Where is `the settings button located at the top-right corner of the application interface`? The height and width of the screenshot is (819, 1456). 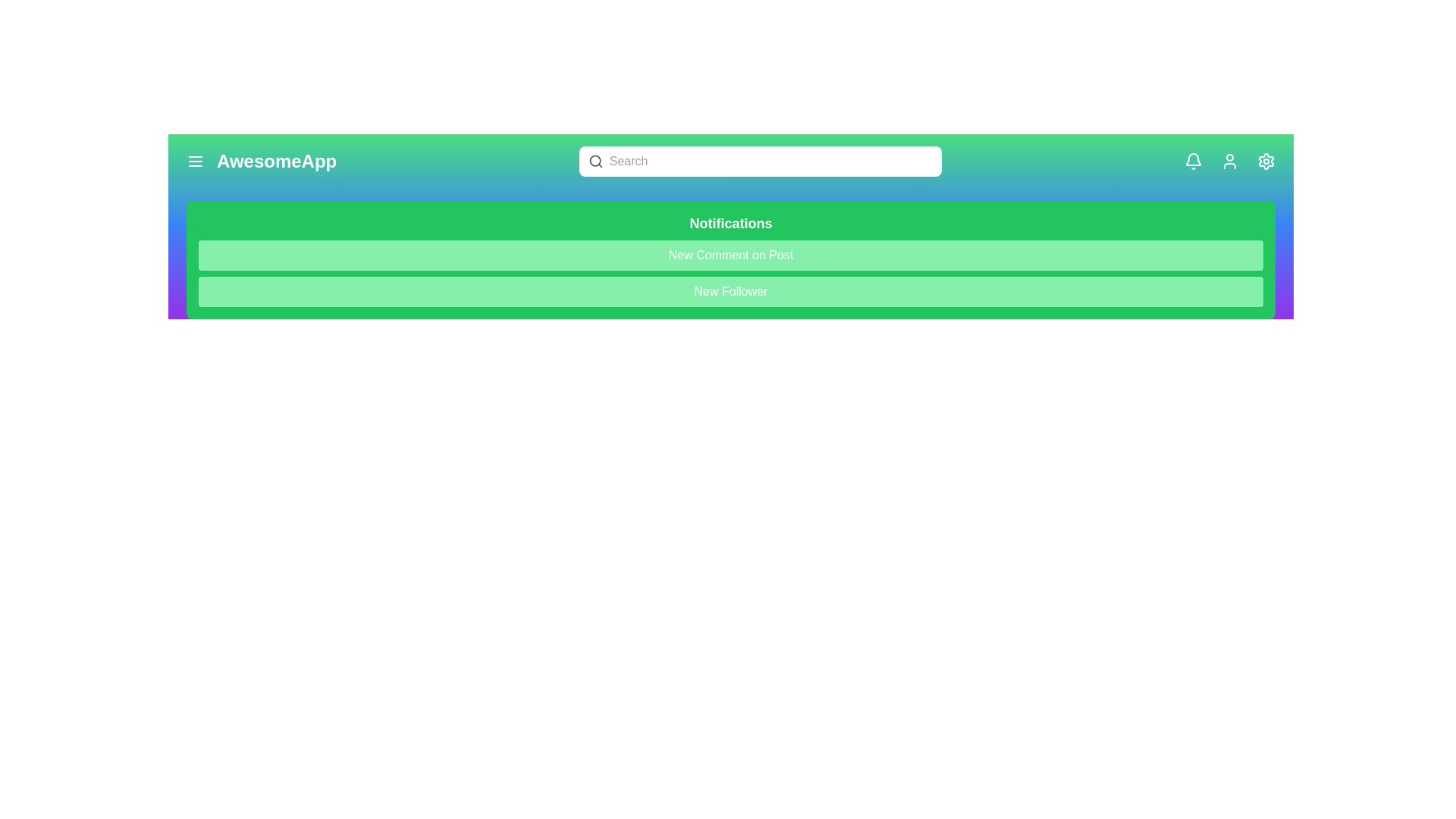 the settings button located at the top-right corner of the application interface is located at coordinates (1266, 161).